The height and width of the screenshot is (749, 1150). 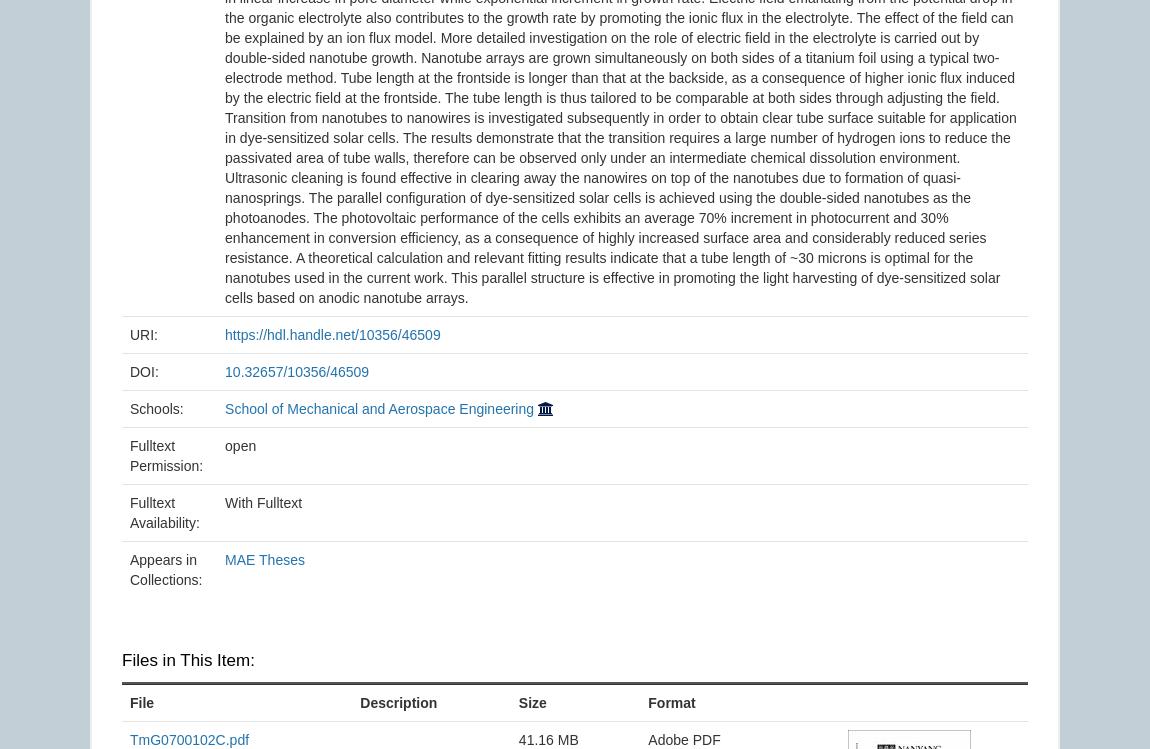 What do you see at coordinates (670, 700) in the screenshot?
I see `'Format'` at bounding box center [670, 700].